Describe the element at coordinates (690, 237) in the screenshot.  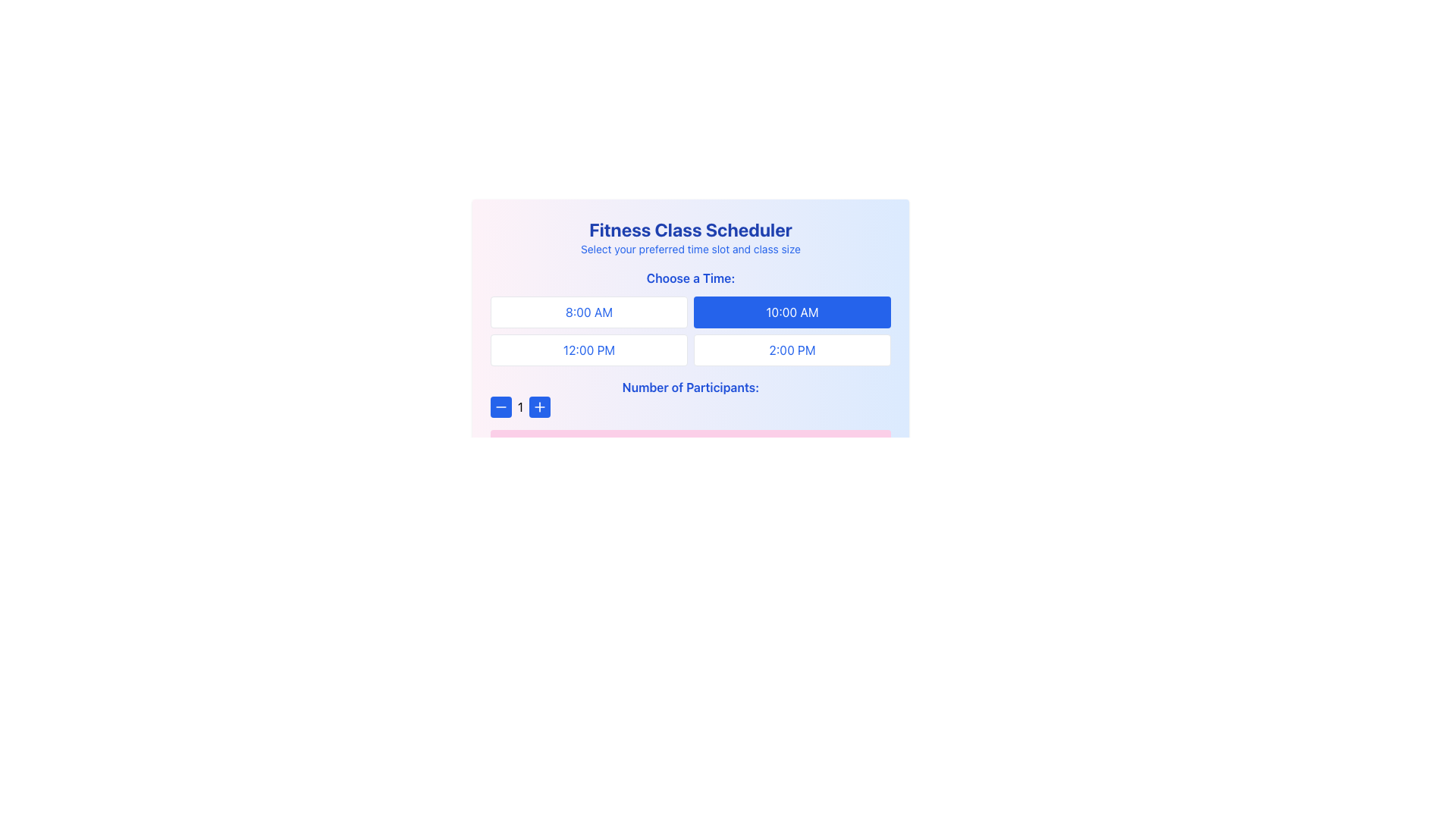
I see `the Text Block displaying 'Fitness Class Scheduler' which is styled in bold blue font, located at the top of the central gradient box` at that location.